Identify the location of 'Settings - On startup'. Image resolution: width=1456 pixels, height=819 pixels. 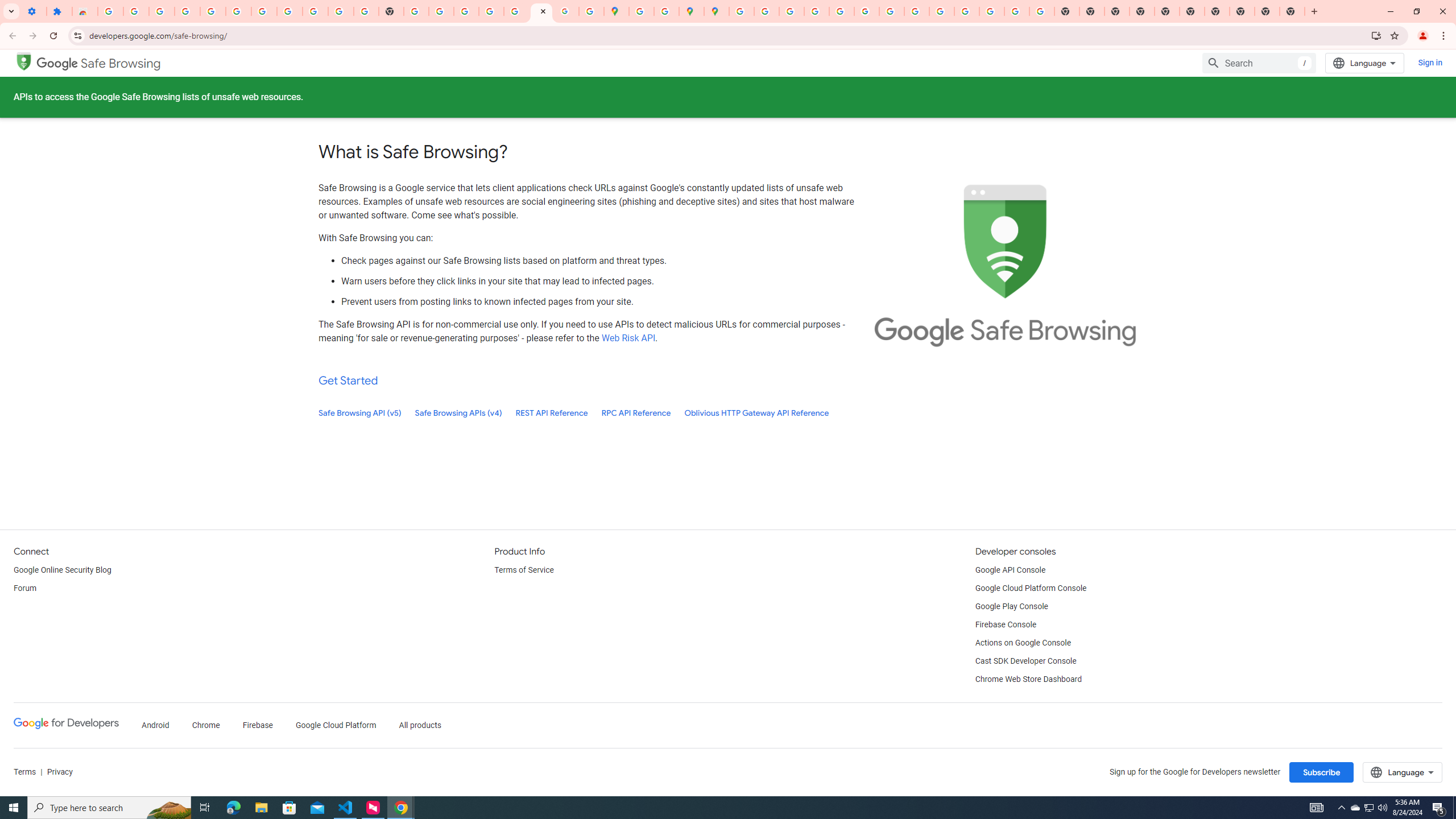
(34, 11).